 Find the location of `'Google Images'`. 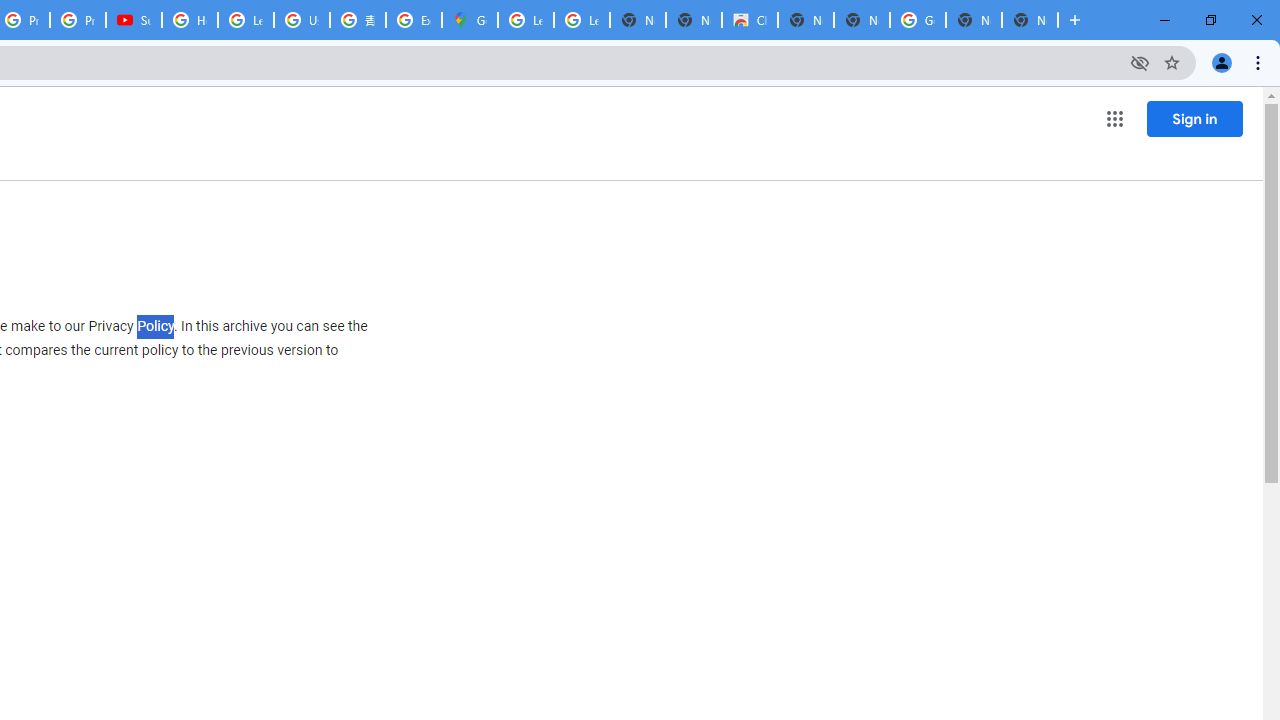

'Google Images' is located at coordinates (916, 20).